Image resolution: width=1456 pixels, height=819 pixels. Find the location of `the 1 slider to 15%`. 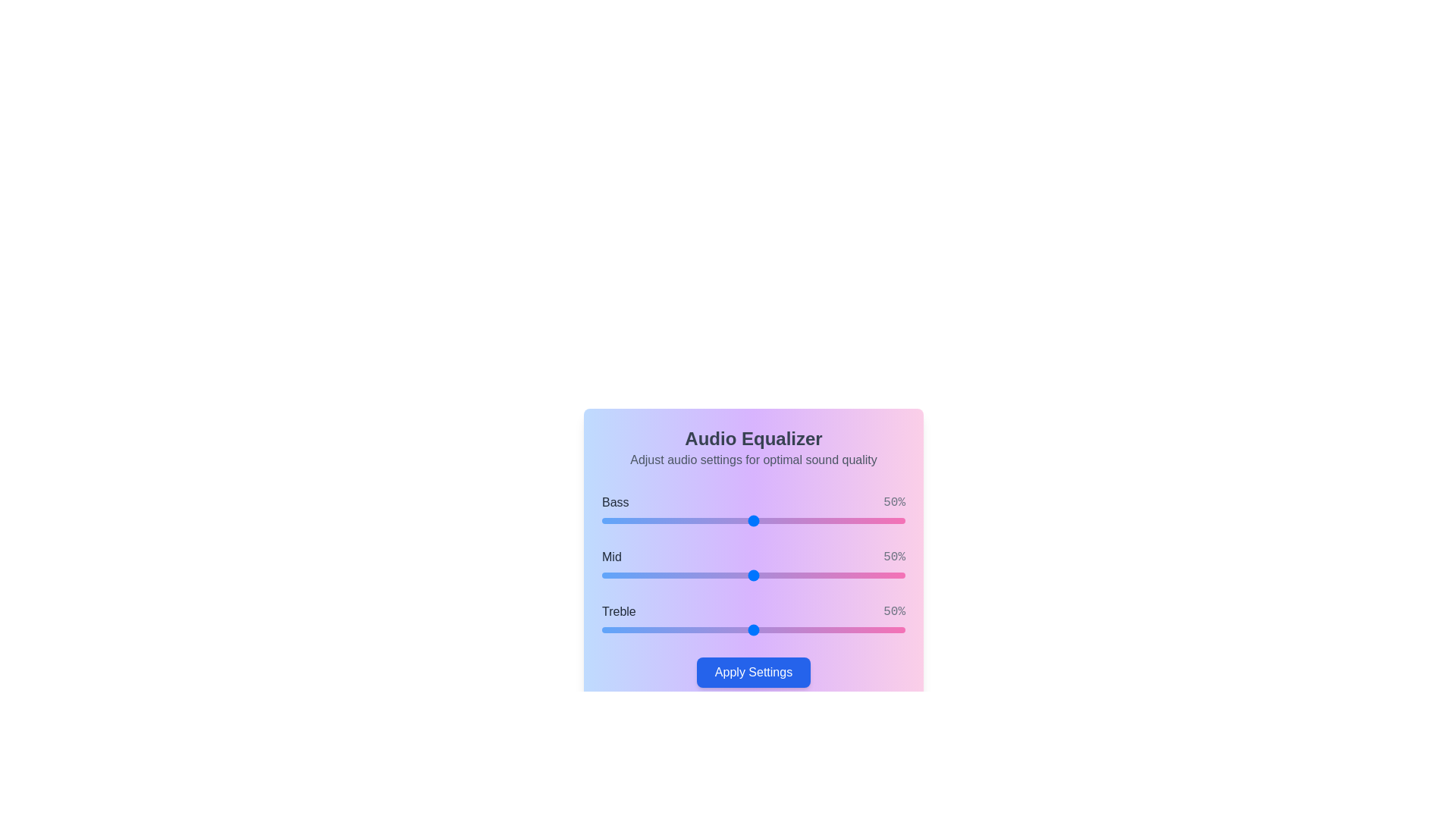

the 1 slider to 15% is located at coordinates (648, 576).